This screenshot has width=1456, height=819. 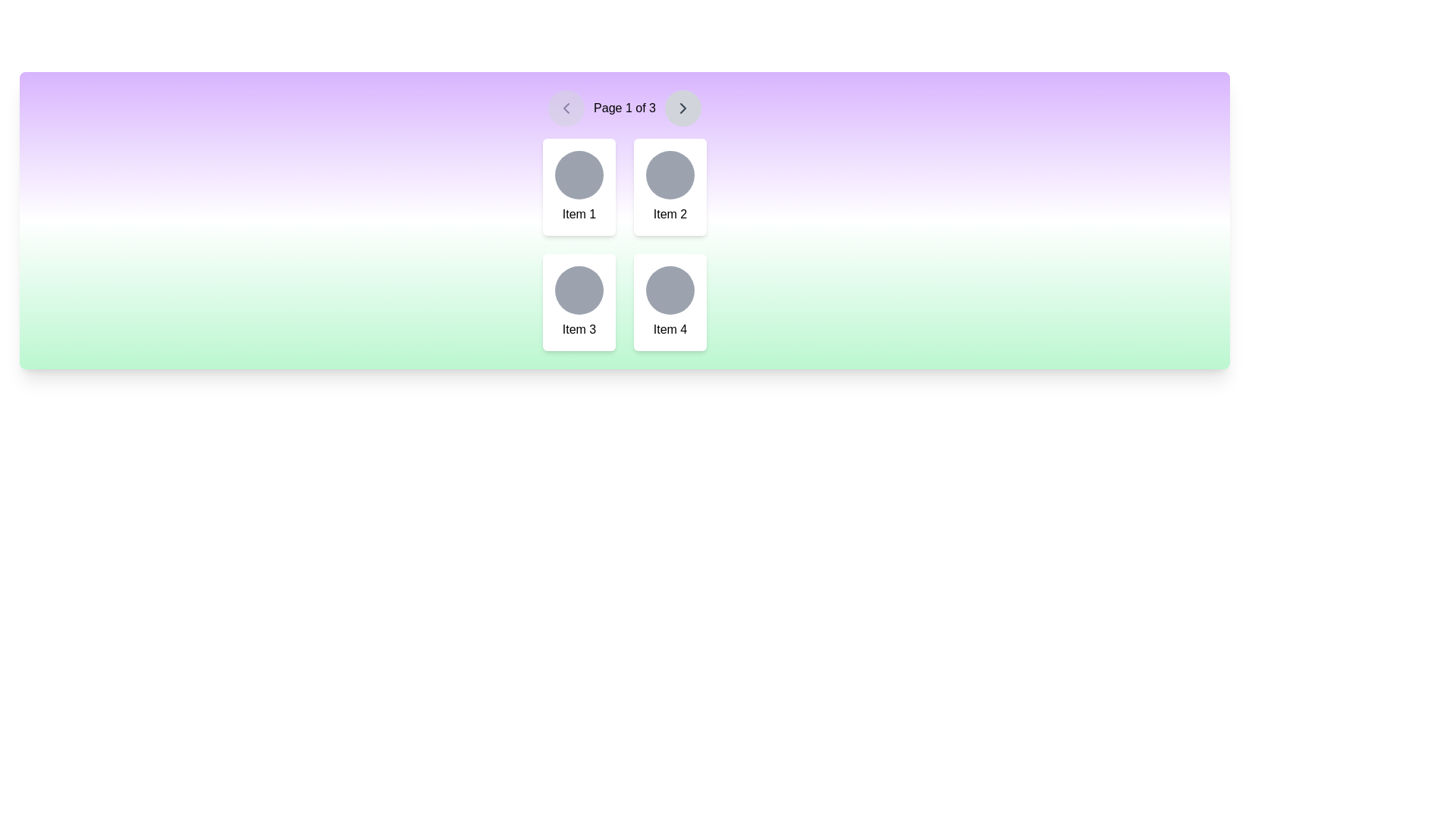 I want to click on the static text display showing pagination information 'Page 1 of 3', which is centrally located within the pagination bar between two chevron icon buttons, so click(x=625, y=107).